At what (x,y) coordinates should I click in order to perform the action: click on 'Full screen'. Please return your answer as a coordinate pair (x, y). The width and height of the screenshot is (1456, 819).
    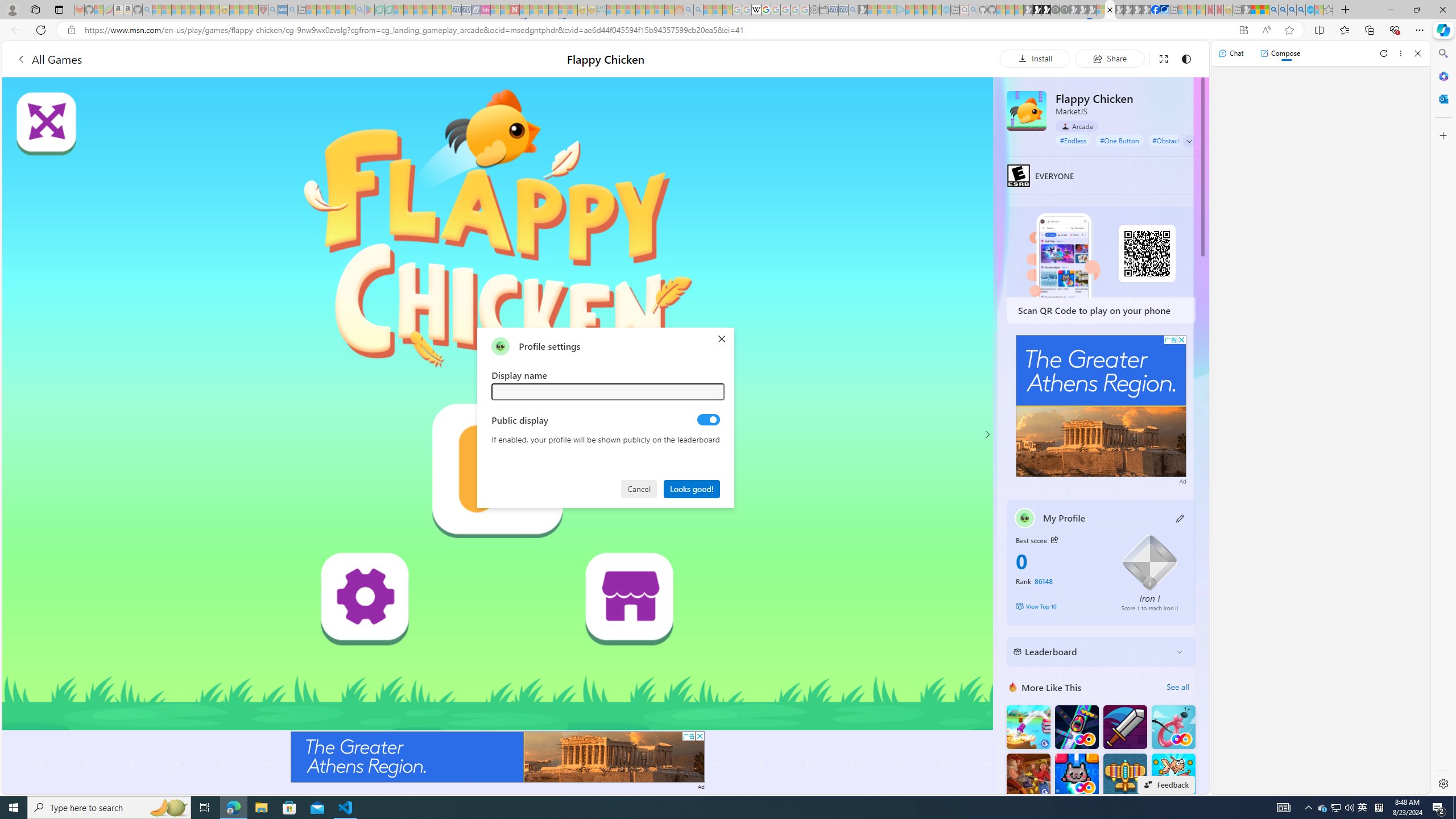
    Looking at the image, I should click on (1163, 58).